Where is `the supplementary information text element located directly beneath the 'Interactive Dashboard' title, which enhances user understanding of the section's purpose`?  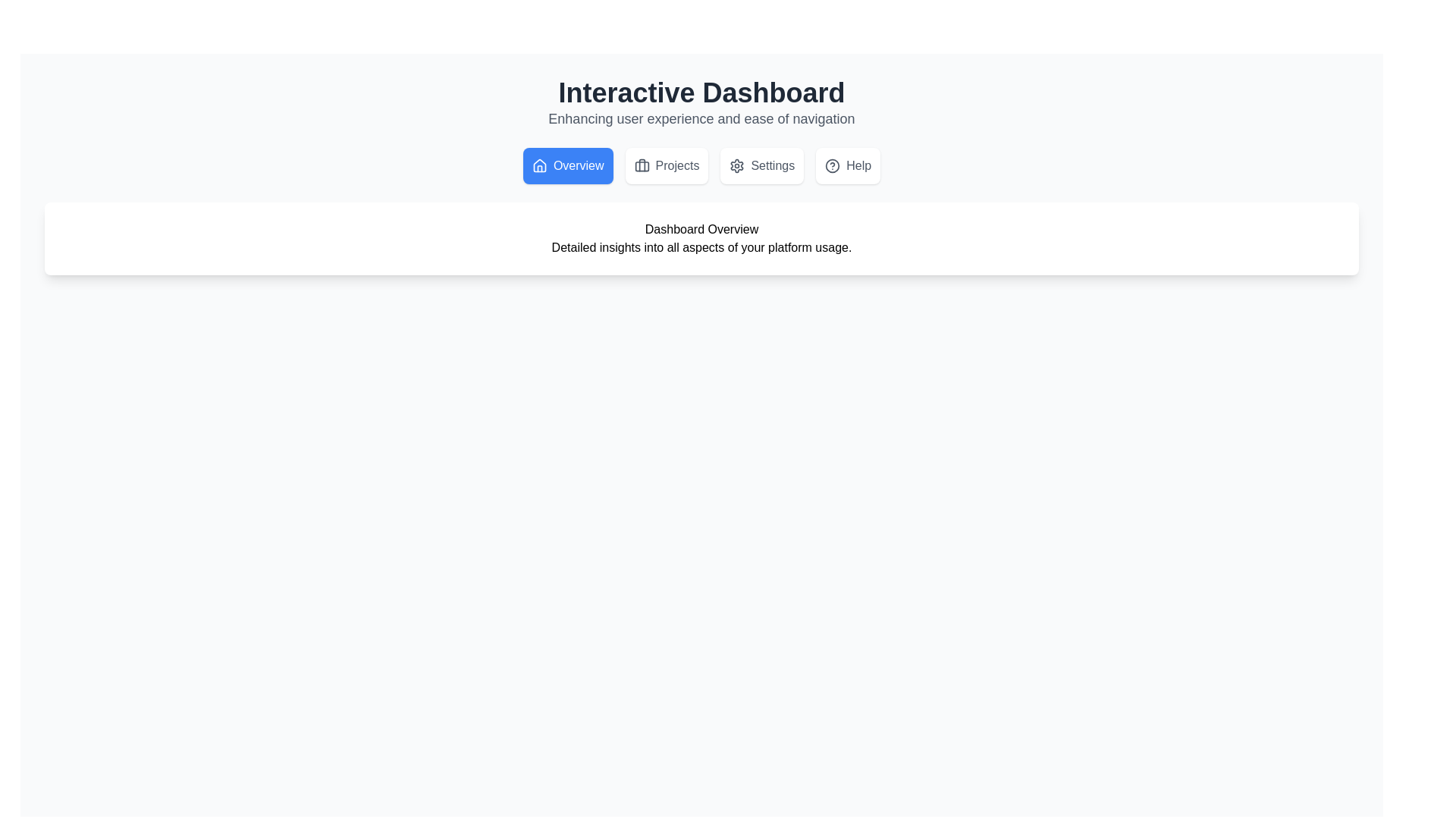 the supplementary information text element located directly beneath the 'Interactive Dashboard' title, which enhances user understanding of the section's purpose is located at coordinates (701, 118).